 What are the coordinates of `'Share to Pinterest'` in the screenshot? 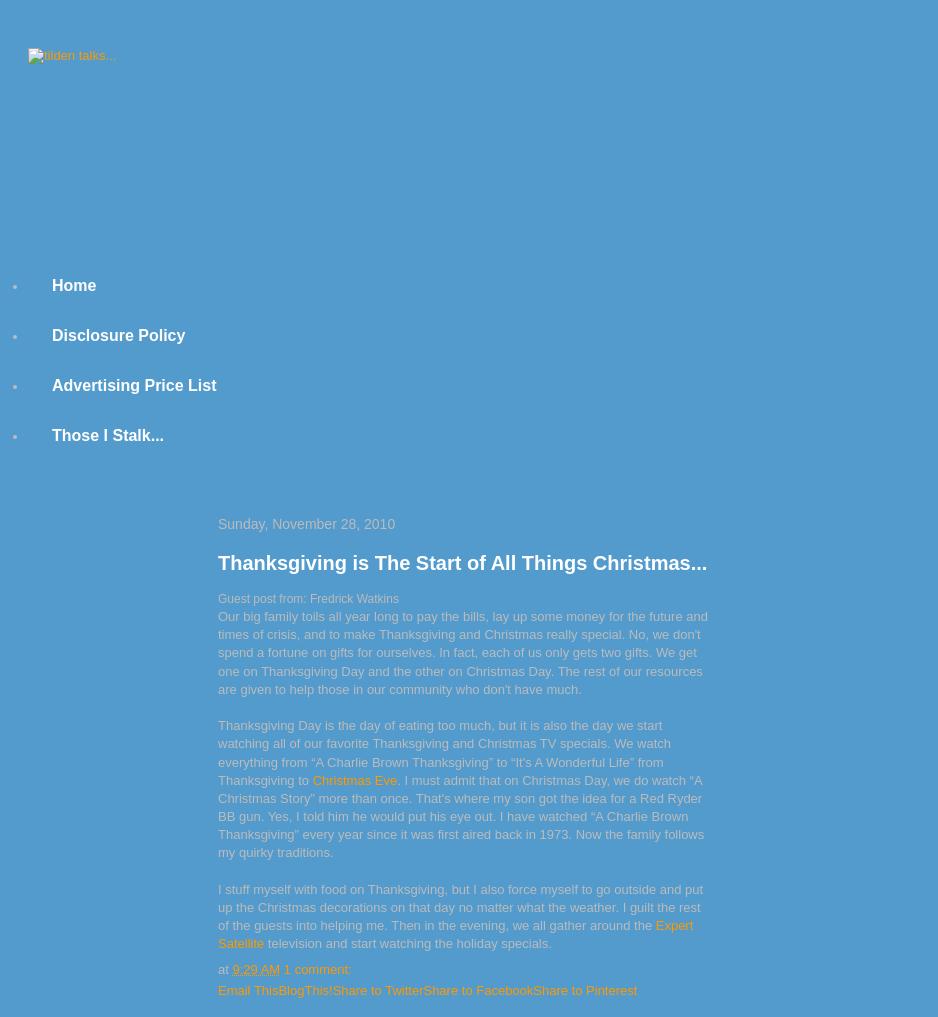 It's located at (584, 989).